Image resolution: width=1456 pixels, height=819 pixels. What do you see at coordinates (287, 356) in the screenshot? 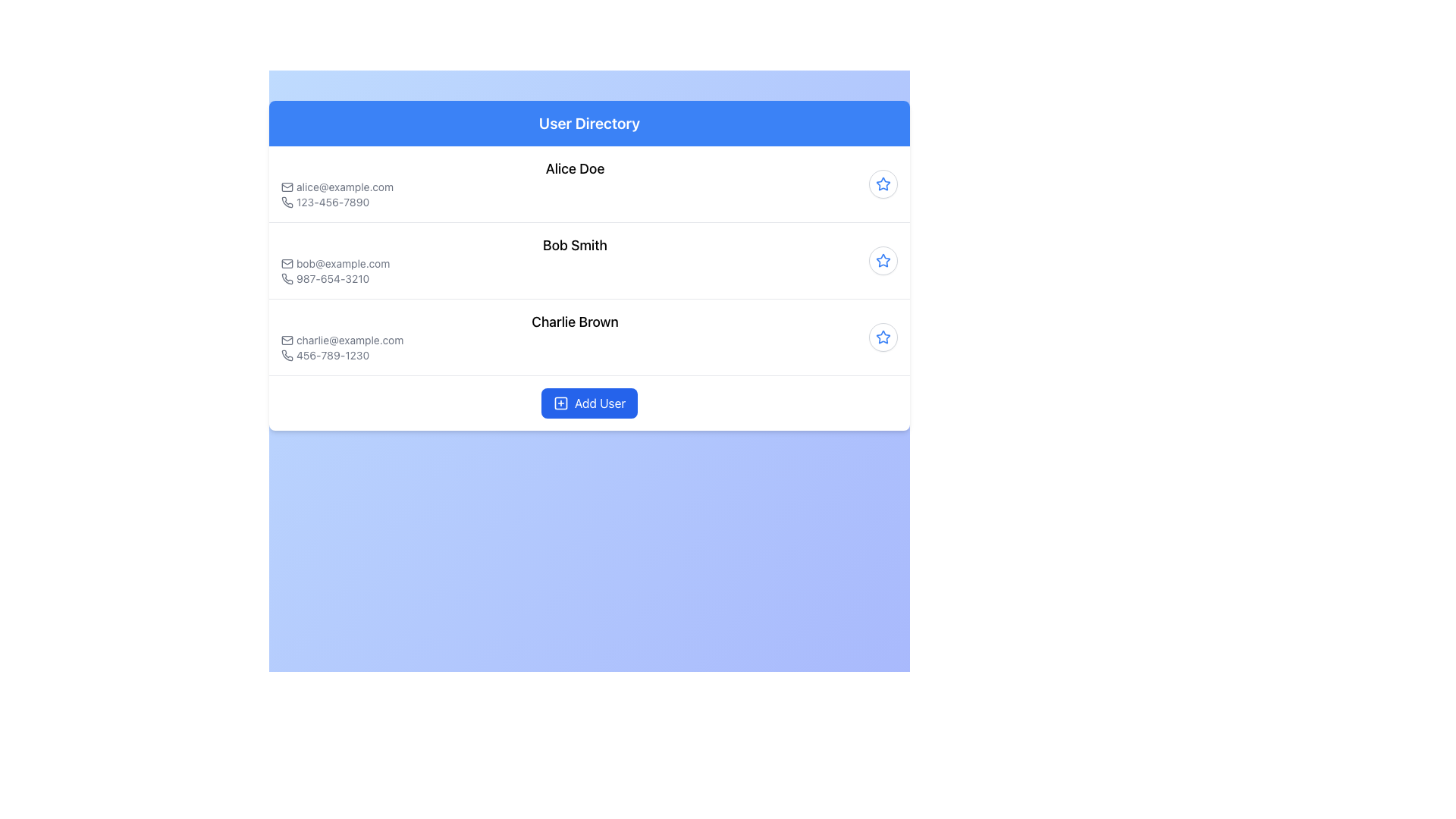
I see `the phone icon located to the left of the text '456-789-1230' in the user entry for 'Charlie Brown' in the directory list` at bounding box center [287, 356].